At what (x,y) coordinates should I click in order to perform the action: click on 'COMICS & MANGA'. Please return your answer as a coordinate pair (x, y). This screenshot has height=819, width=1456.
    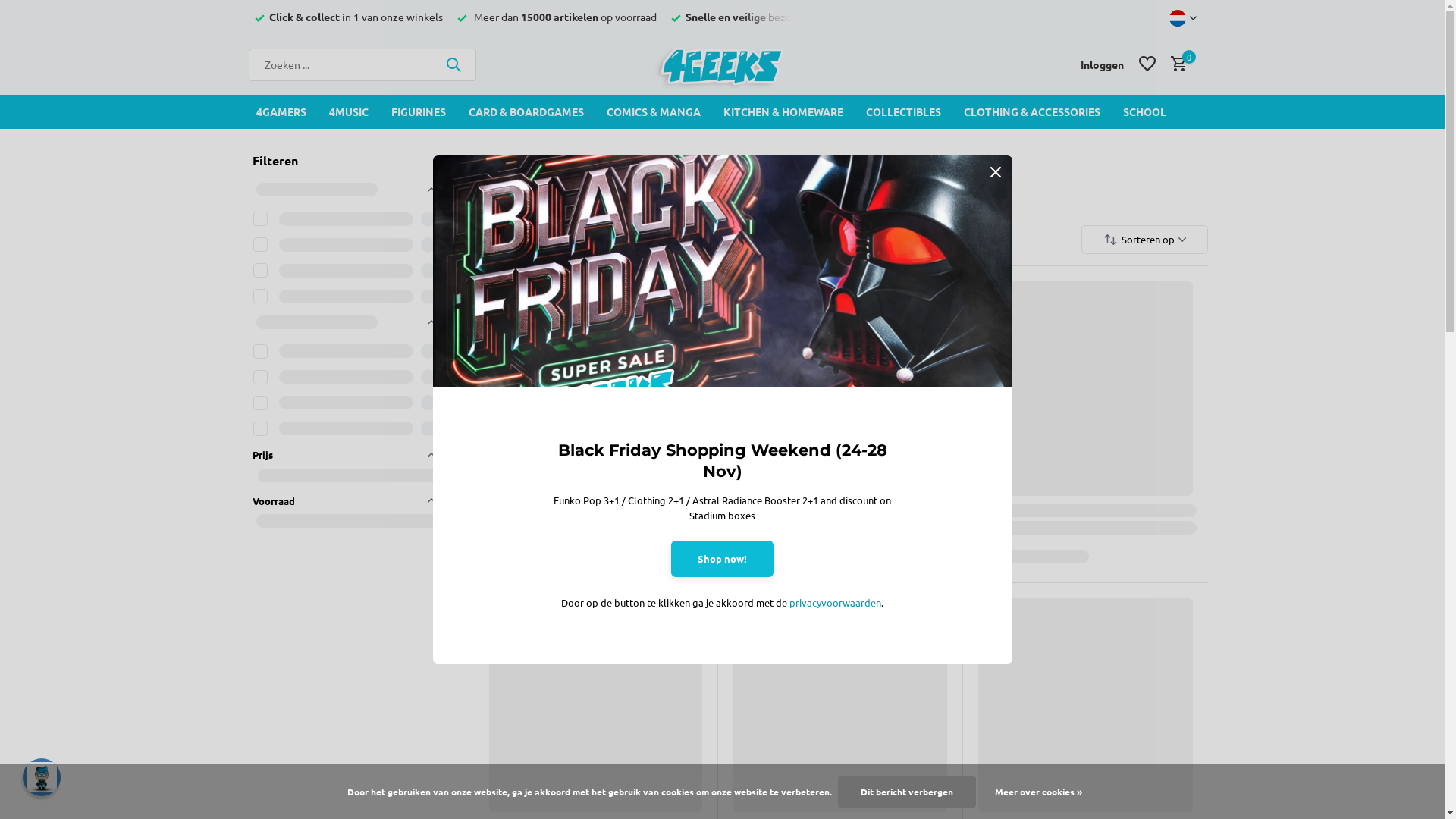
    Looking at the image, I should click on (654, 111).